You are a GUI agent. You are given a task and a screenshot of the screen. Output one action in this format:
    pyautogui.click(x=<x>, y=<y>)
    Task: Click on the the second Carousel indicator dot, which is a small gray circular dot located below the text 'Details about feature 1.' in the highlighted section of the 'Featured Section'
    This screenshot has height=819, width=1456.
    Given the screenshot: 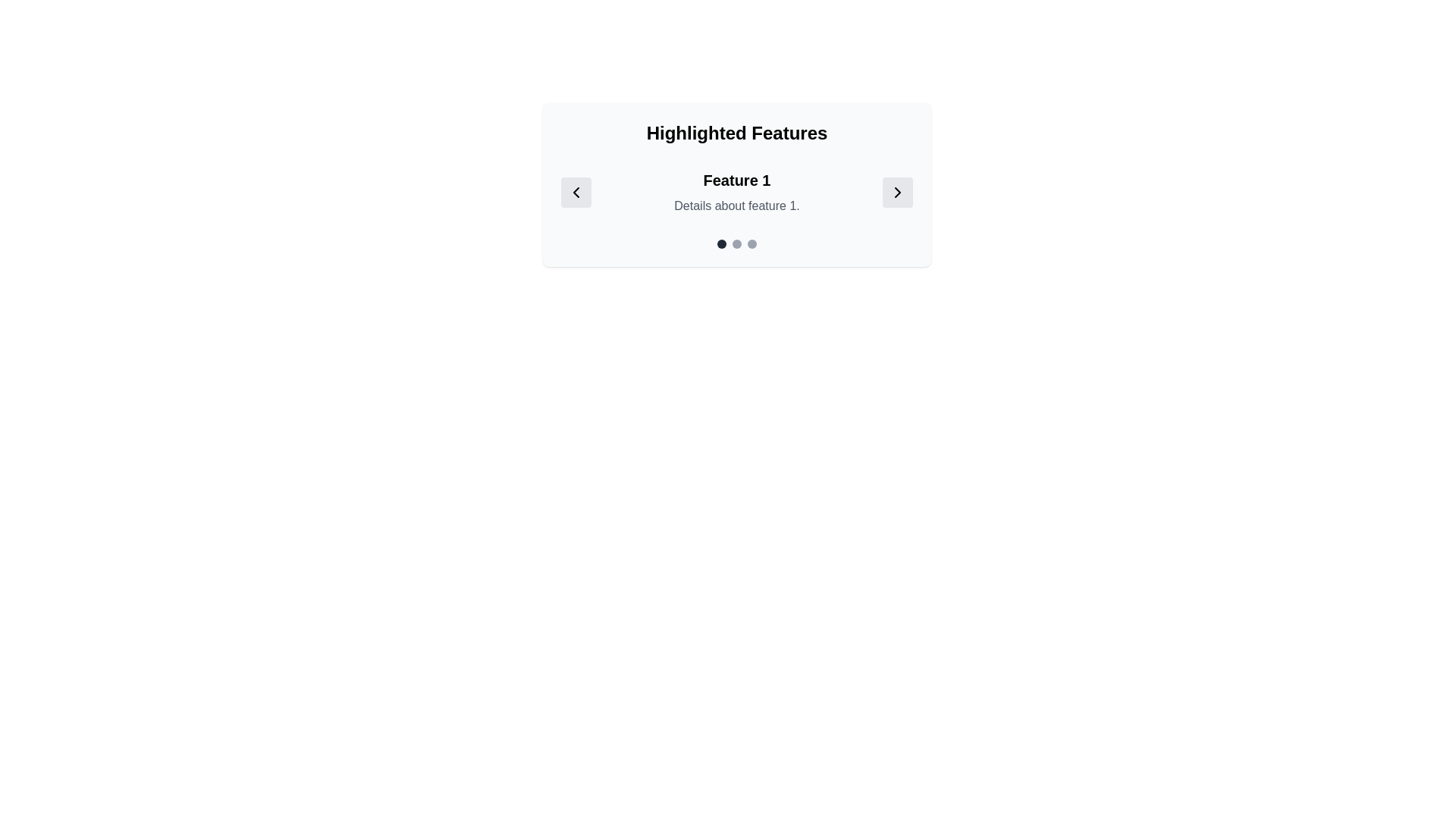 What is the action you would take?
    pyautogui.click(x=736, y=243)
    